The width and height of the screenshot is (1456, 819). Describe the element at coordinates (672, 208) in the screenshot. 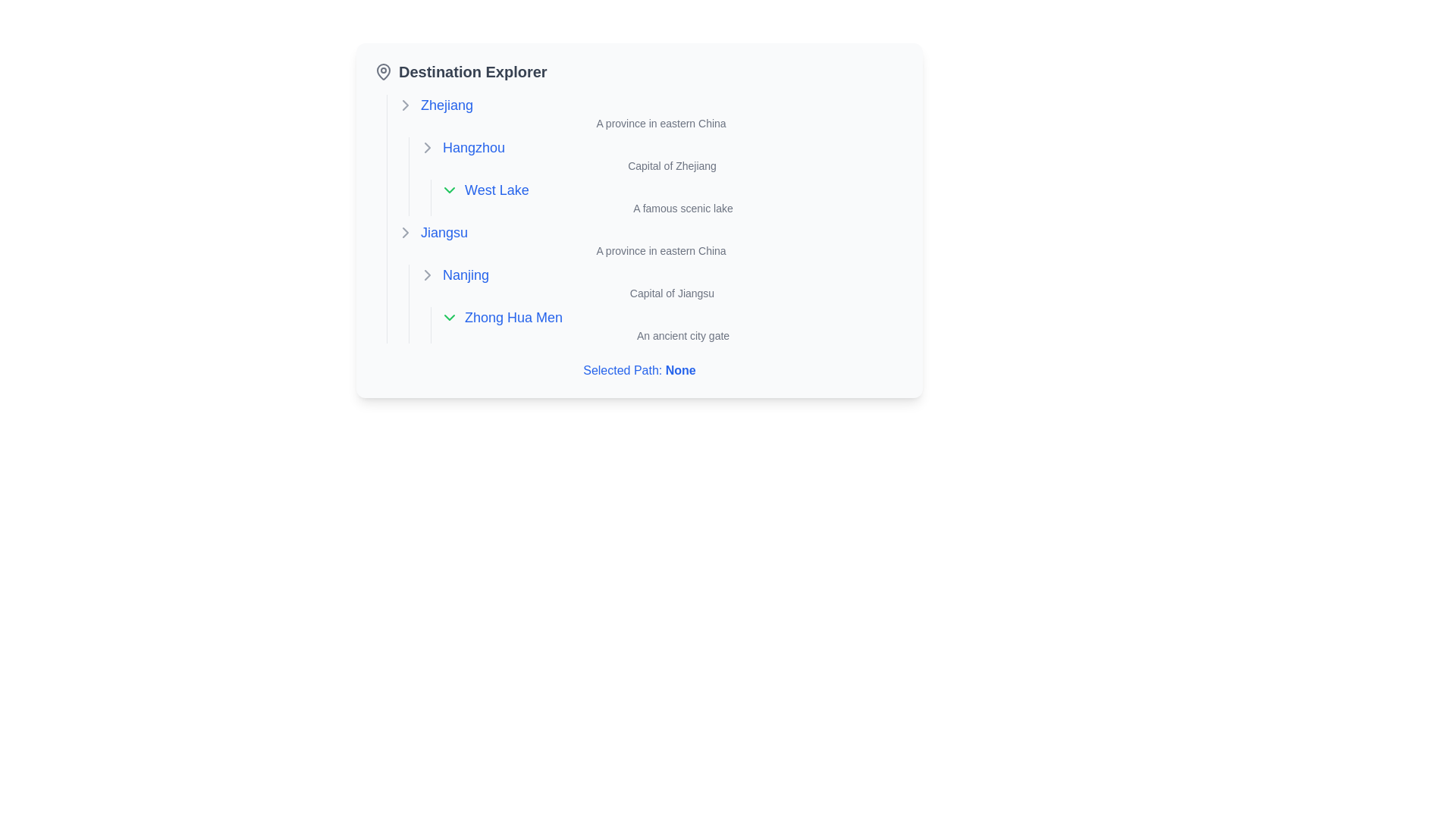

I see `the static text label providing descriptive information about 'West Lake', located under the 'West Lake' menu item` at that location.